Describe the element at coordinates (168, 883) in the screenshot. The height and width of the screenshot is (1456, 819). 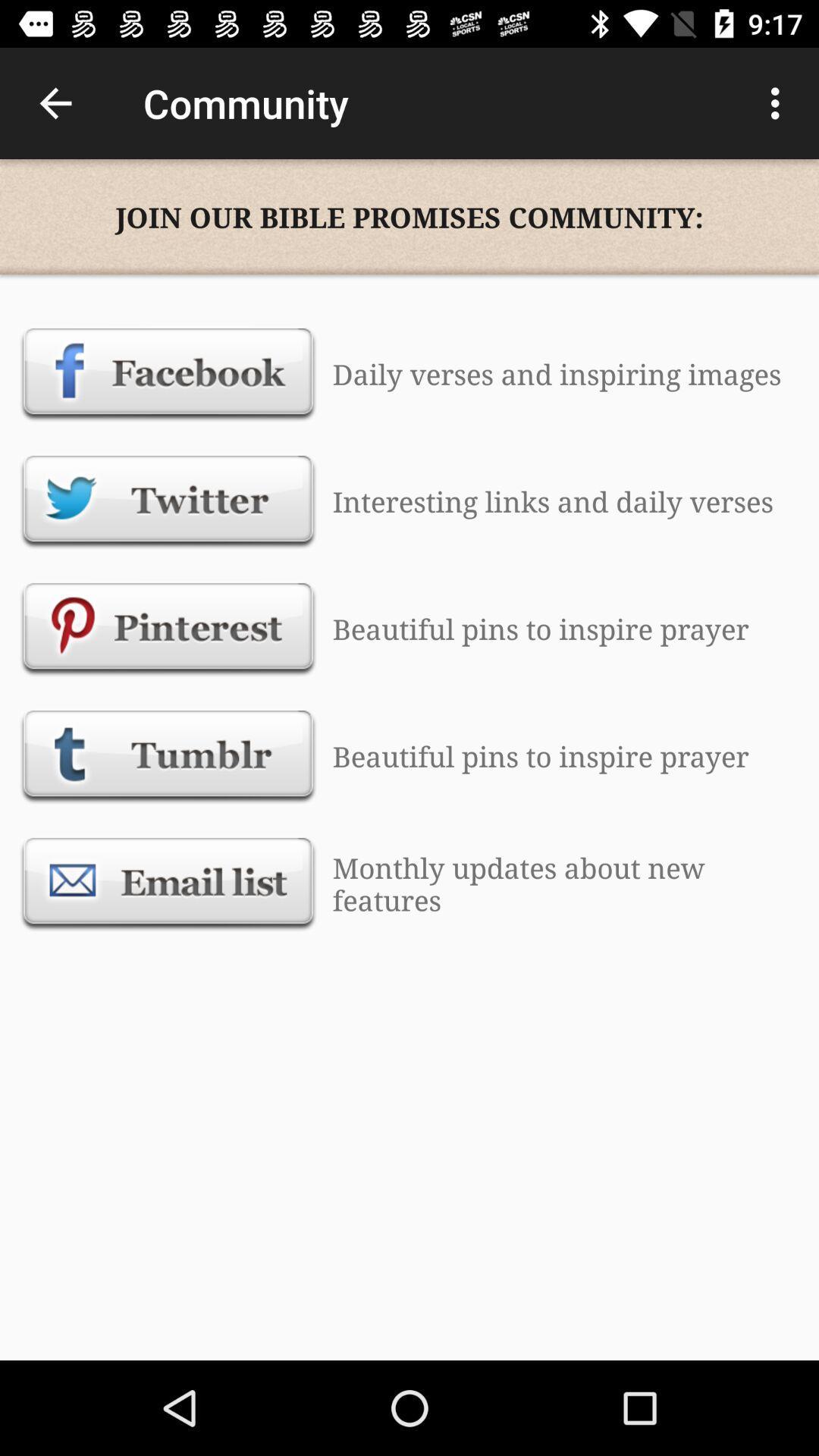
I see `the icon to the left of monthly updates about icon` at that location.